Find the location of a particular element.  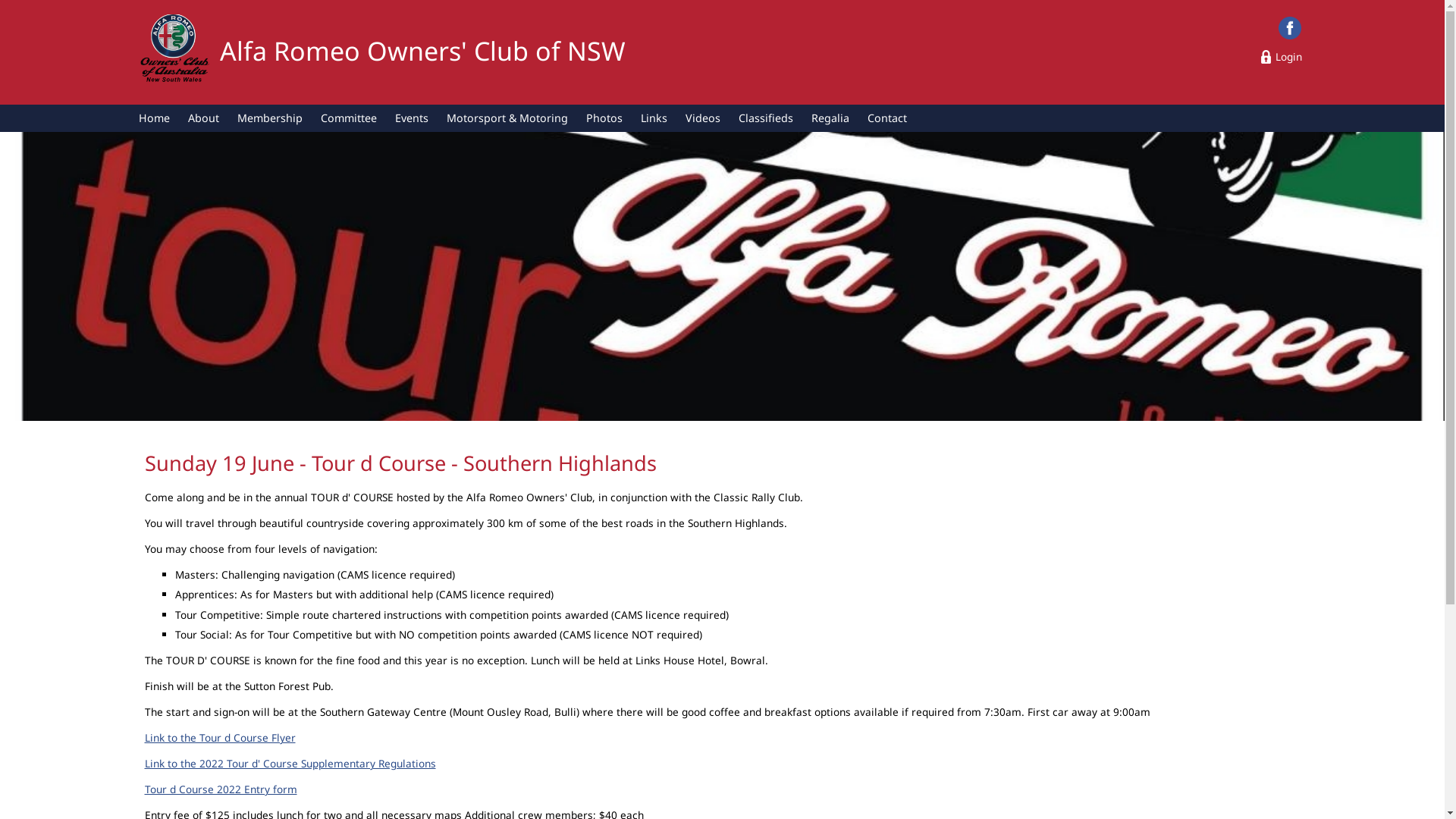

'Home page' is located at coordinates (174, 49).